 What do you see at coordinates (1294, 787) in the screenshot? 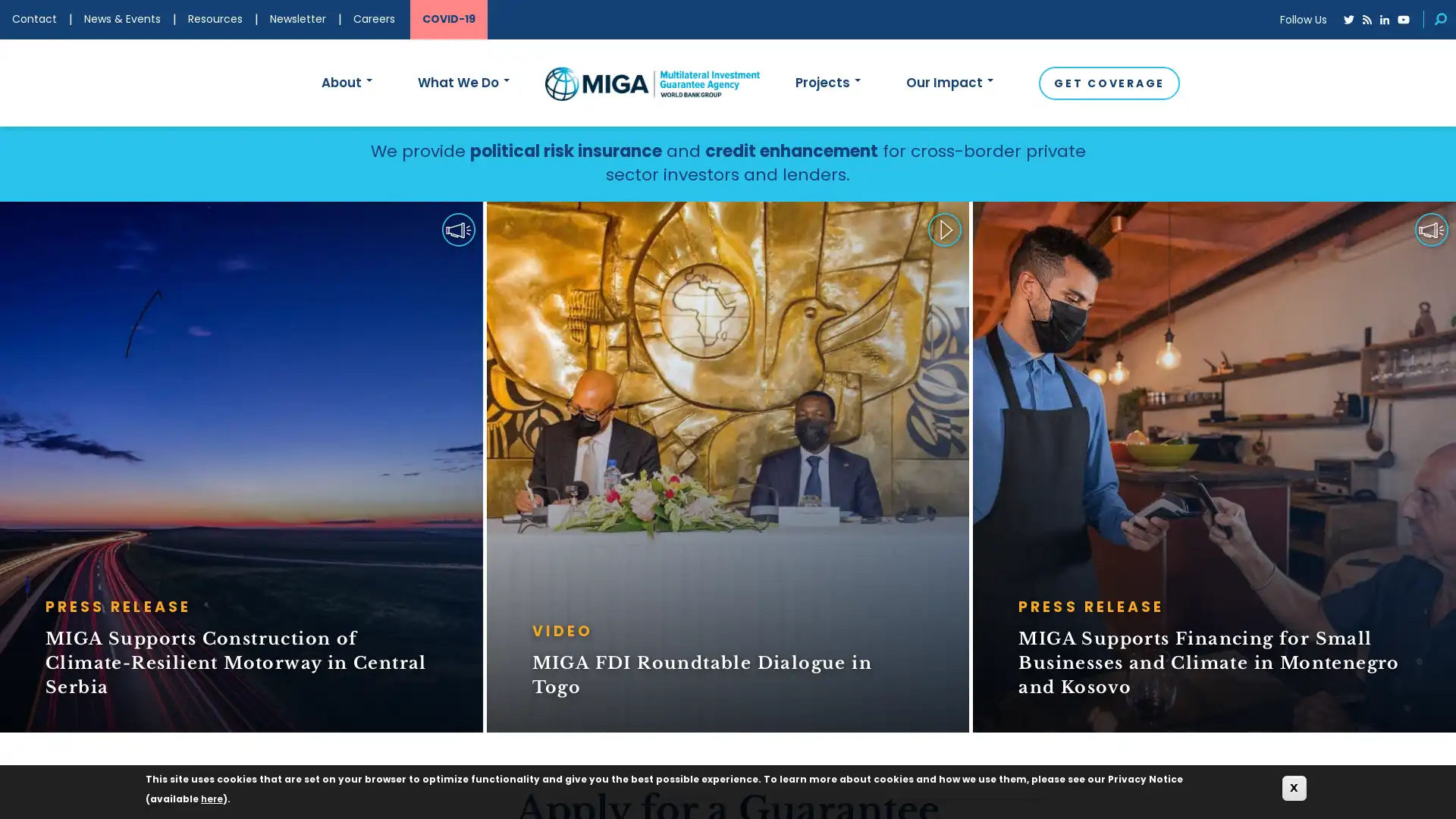
I see `X` at bounding box center [1294, 787].